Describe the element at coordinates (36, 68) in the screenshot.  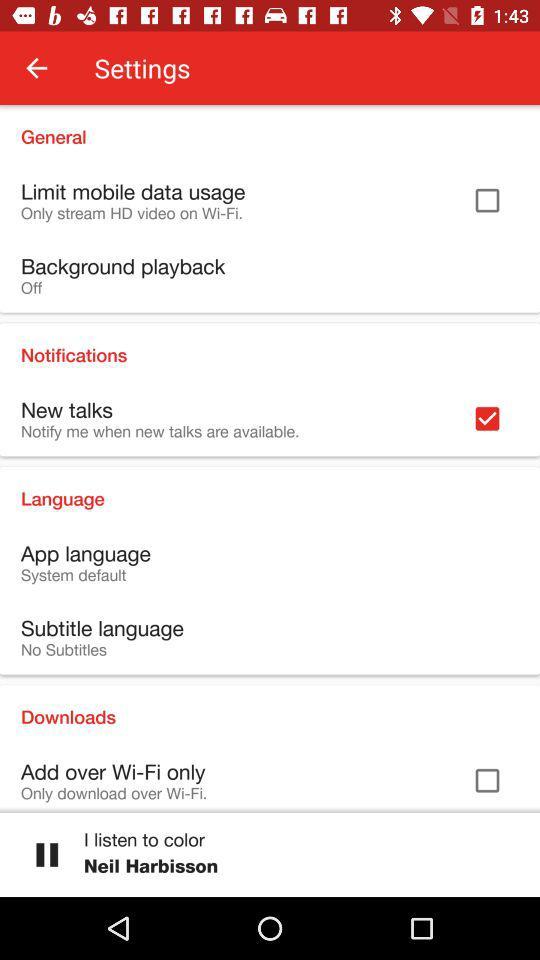
I see `the icon to the left of settings` at that location.